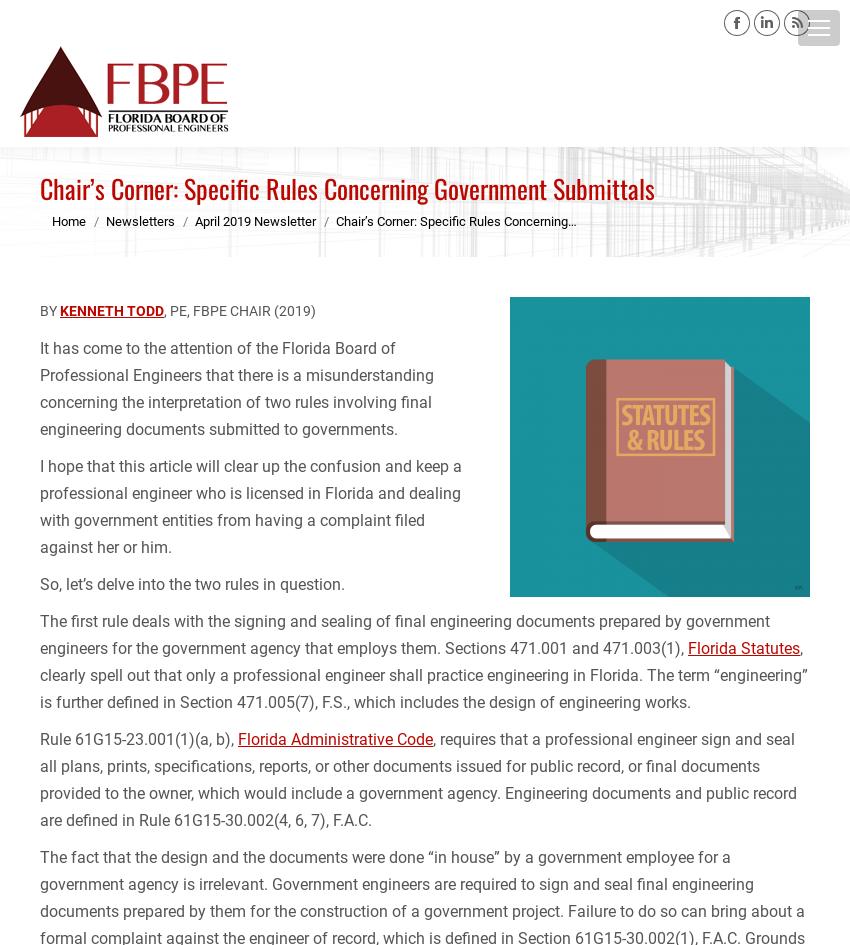  Describe the element at coordinates (423, 675) in the screenshot. I see `', clearly spell out that only a professional engineer shall practice engineering in Florida. The term “engineering” is further defined in Section 471.005(7), F.S., which includes the design of engineering works.'` at that location.